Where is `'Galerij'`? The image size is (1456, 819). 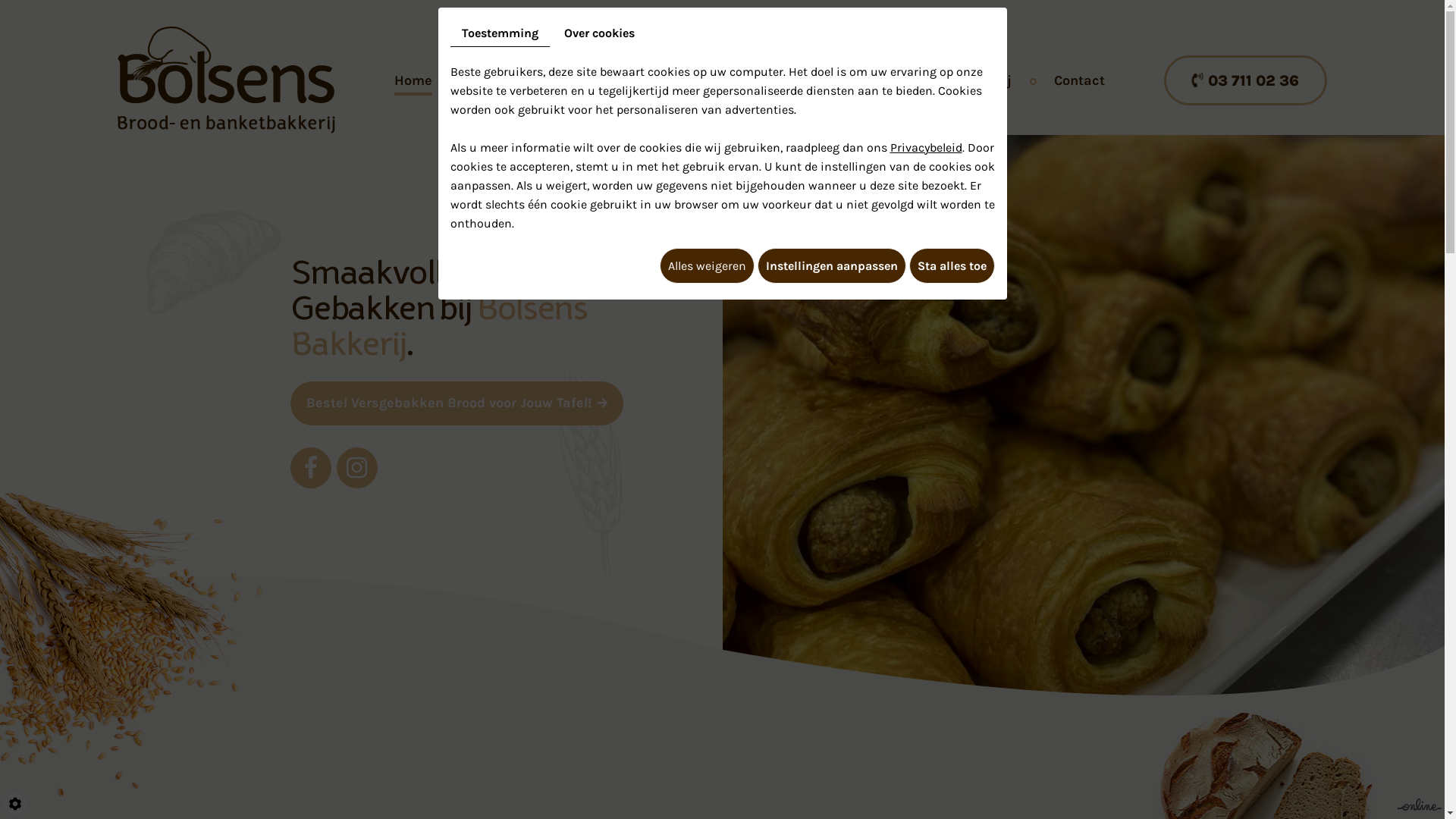 'Galerij' is located at coordinates (960, 80).